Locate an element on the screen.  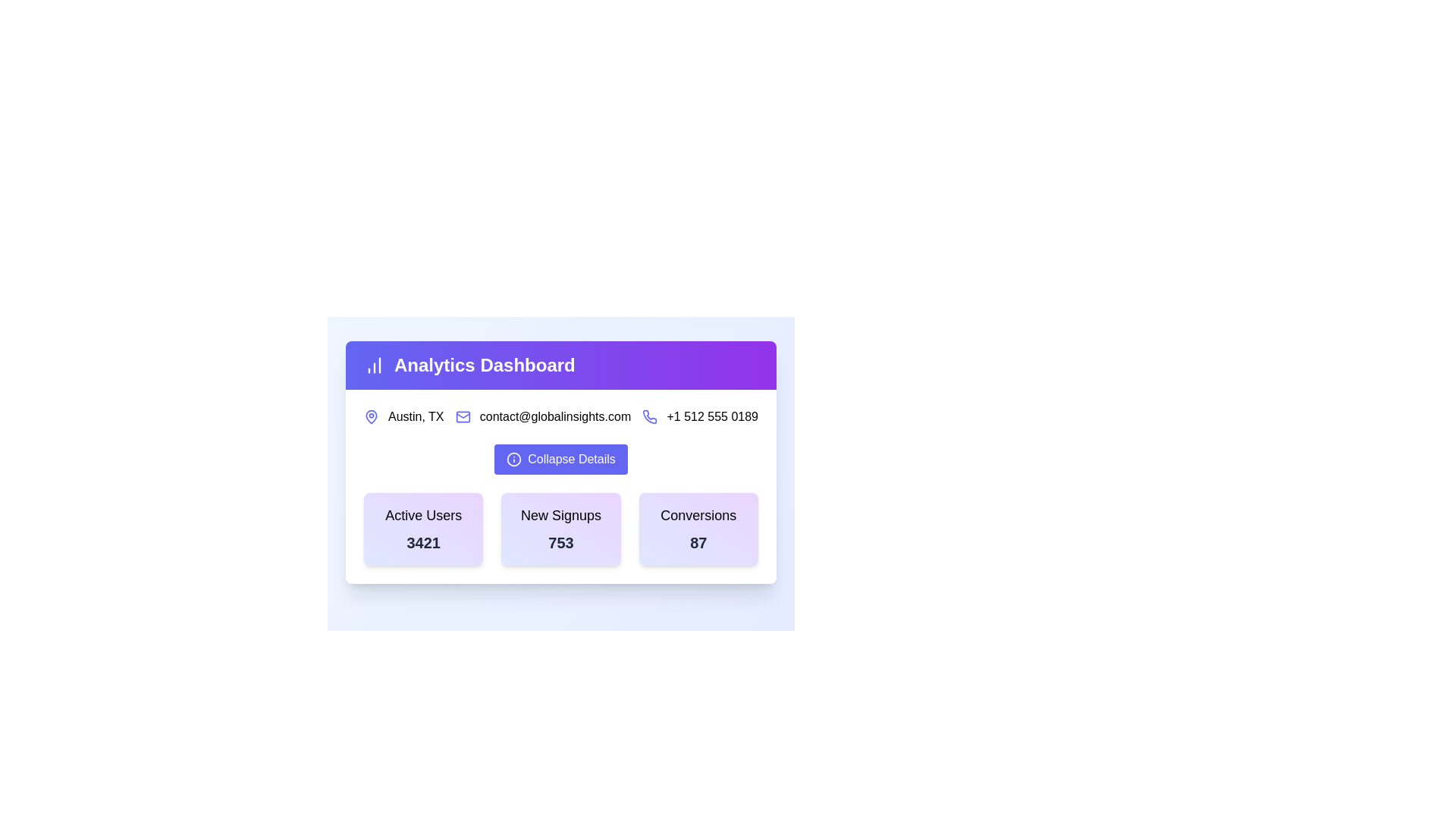
the button located at the center of the card layout is located at coordinates (560, 464).